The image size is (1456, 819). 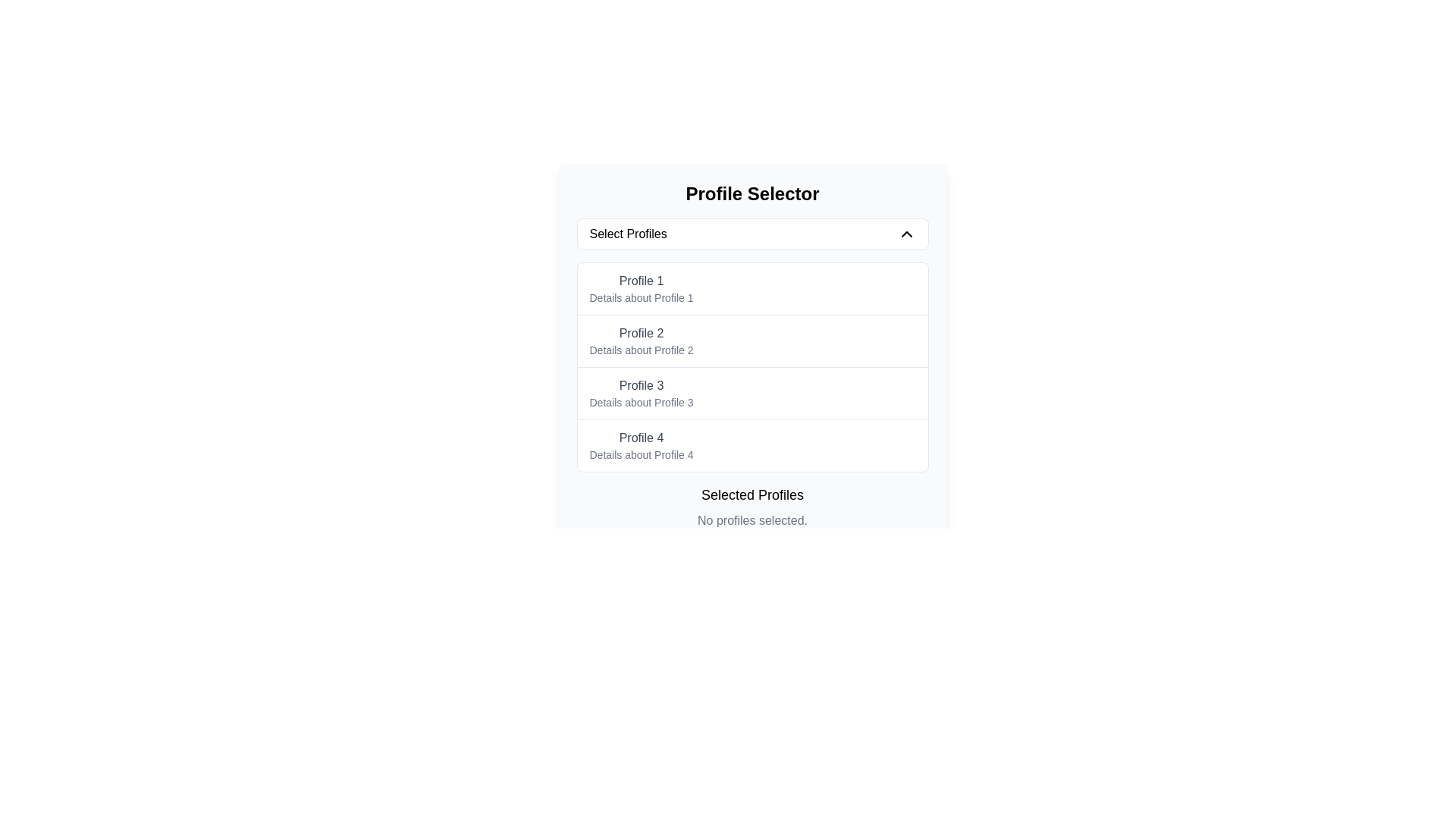 What do you see at coordinates (641, 385) in the screenshot?
I see `'Profile 3' text label, which is the third item in the 'Profile Selector' list` at bounding box center [641, 385].